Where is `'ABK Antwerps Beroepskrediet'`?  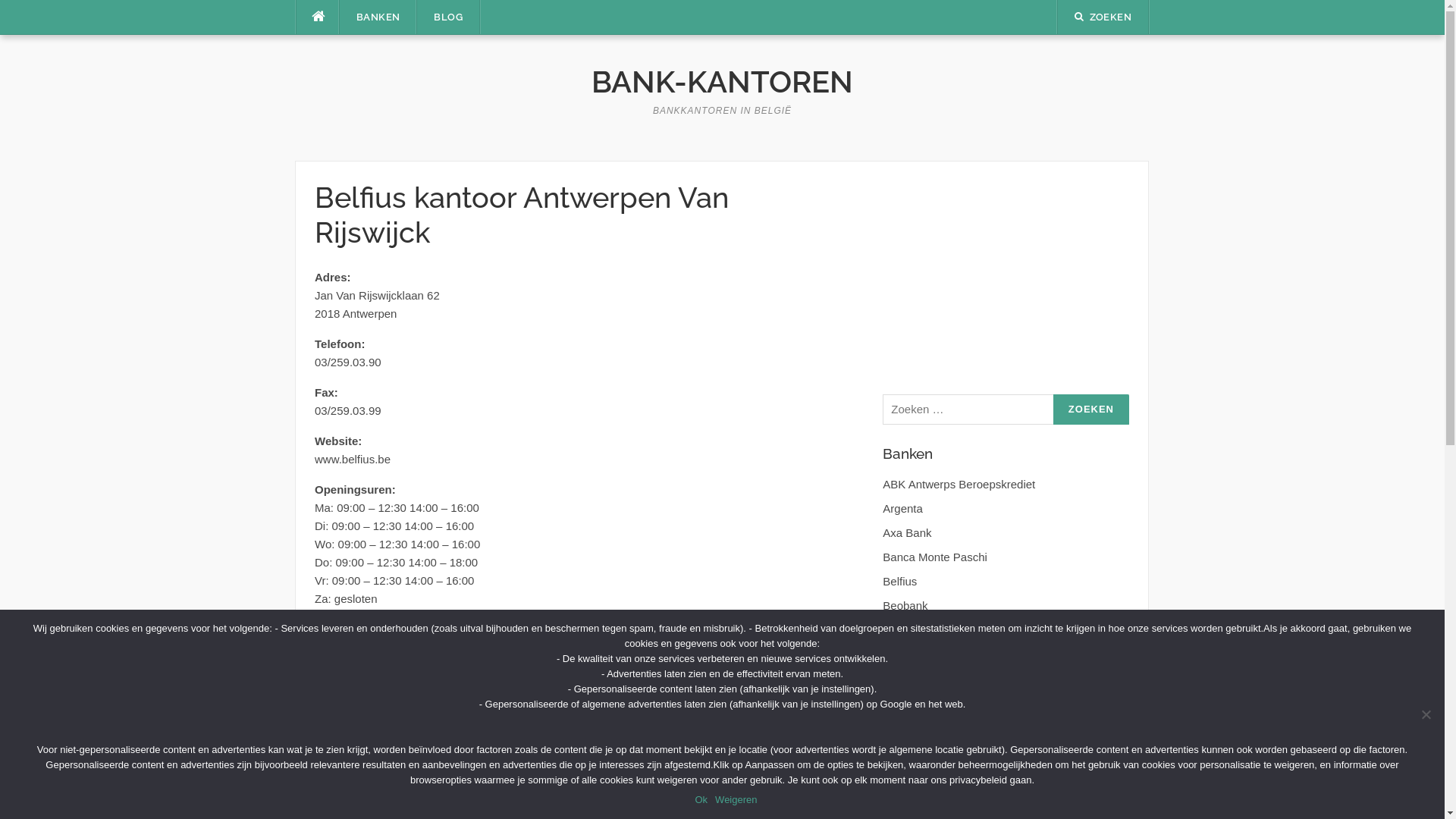 'ABK Antwerps Beroepskrediet' is located at coordinates (882, 484).